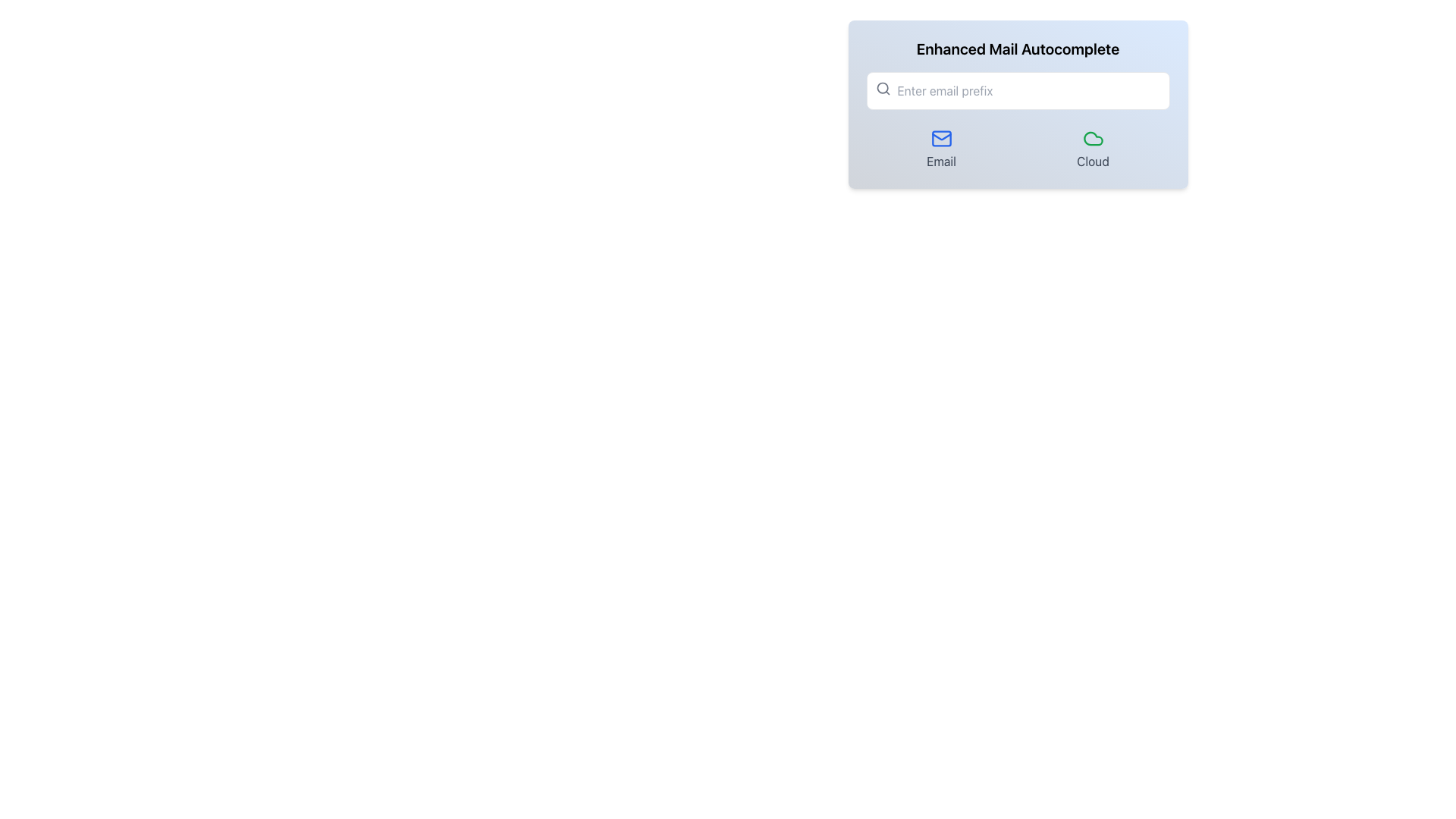 Image resolution: width=1456 pixels, height=819 pixels. Describe the element at coordinates (1093, 149) in the screenshot. I see `the second selectable option labeled with a 'Cloud' icon and text, located to the right of the 'Email' option` at that location.